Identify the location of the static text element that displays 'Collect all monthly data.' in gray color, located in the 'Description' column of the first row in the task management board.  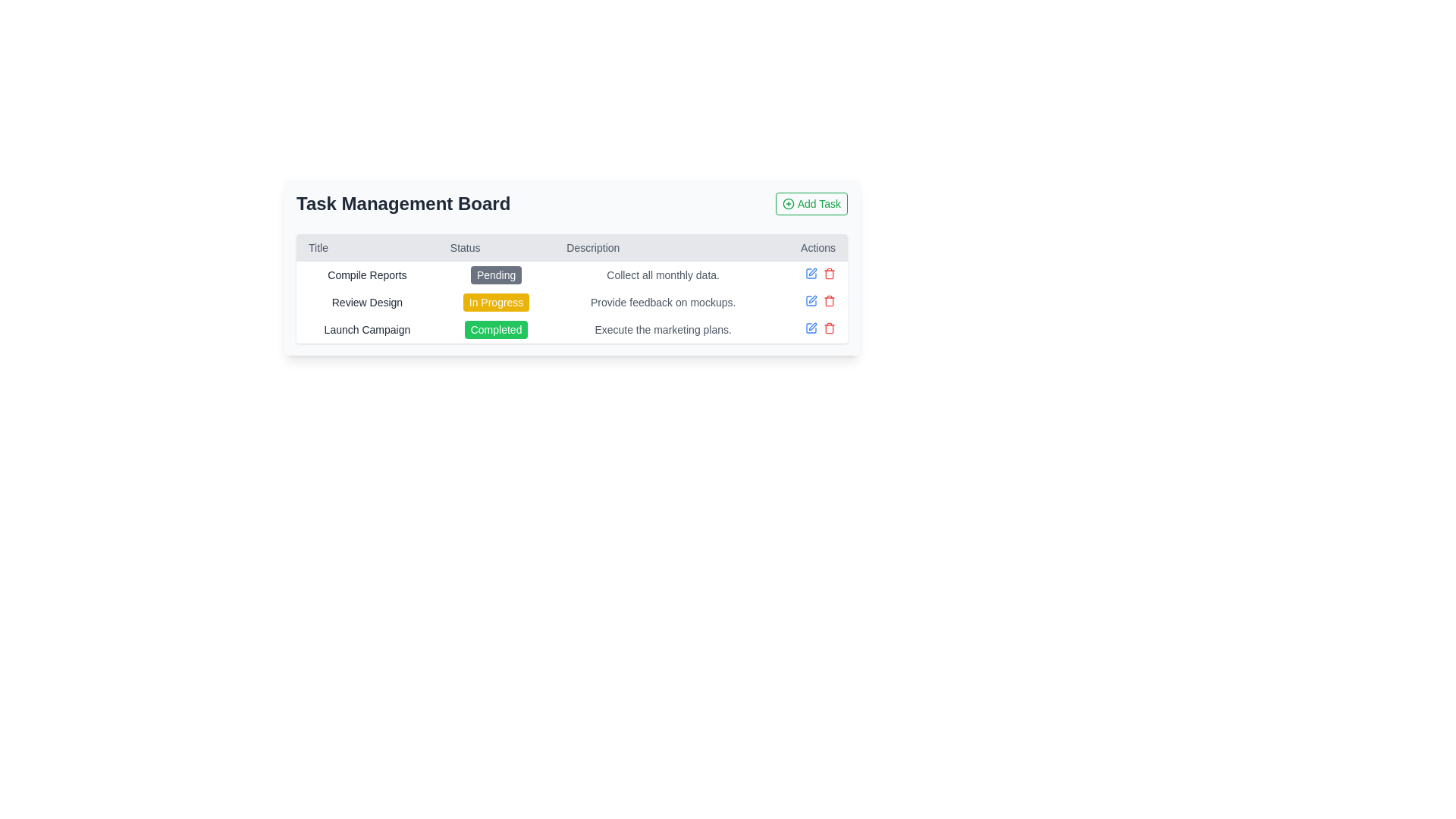
(663, 275).